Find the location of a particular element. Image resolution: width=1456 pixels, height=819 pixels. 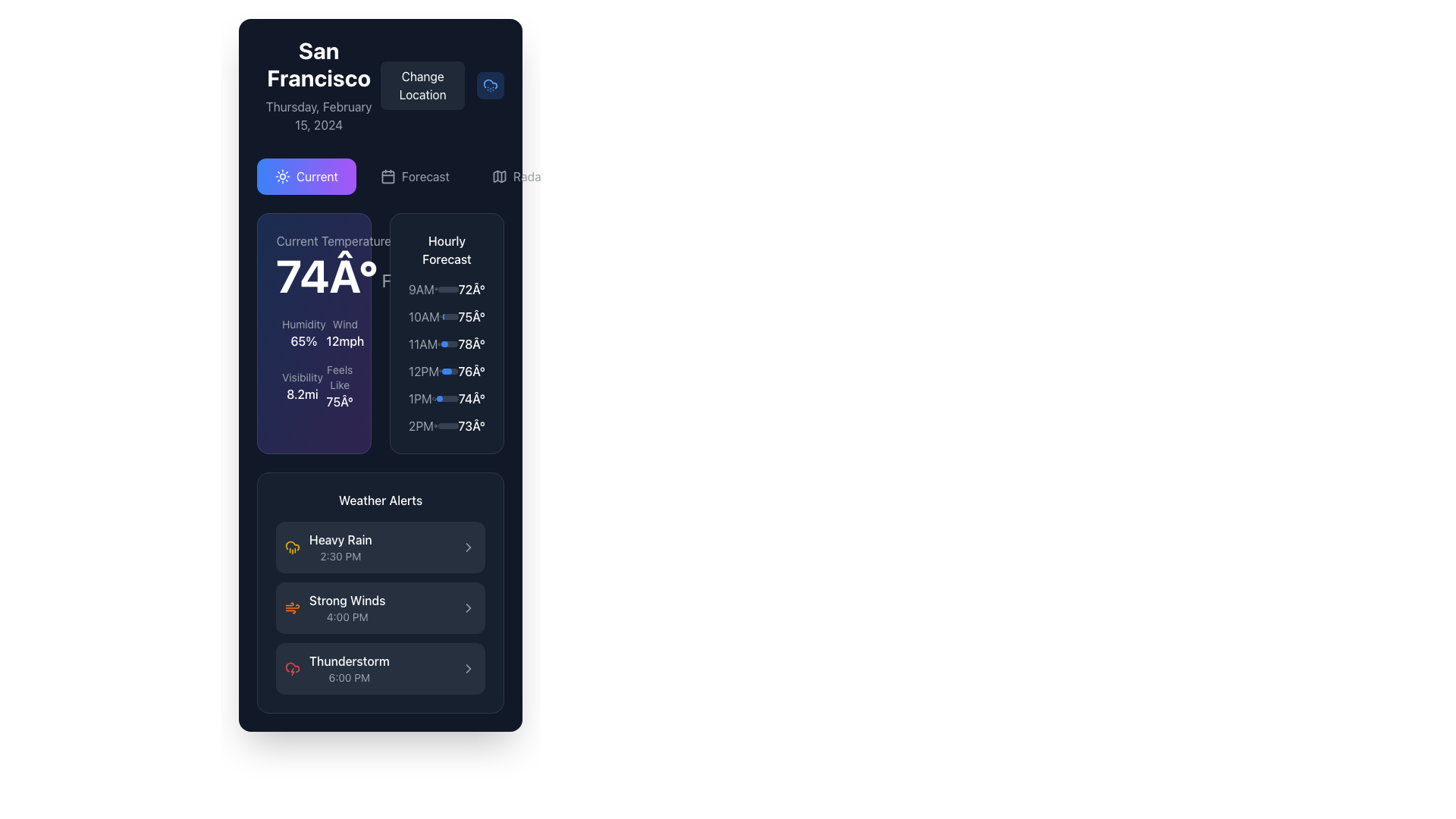

the 'feels like' temperature text display located in the information card below the main temperature value '74°' is located at coordinates (339, 385).